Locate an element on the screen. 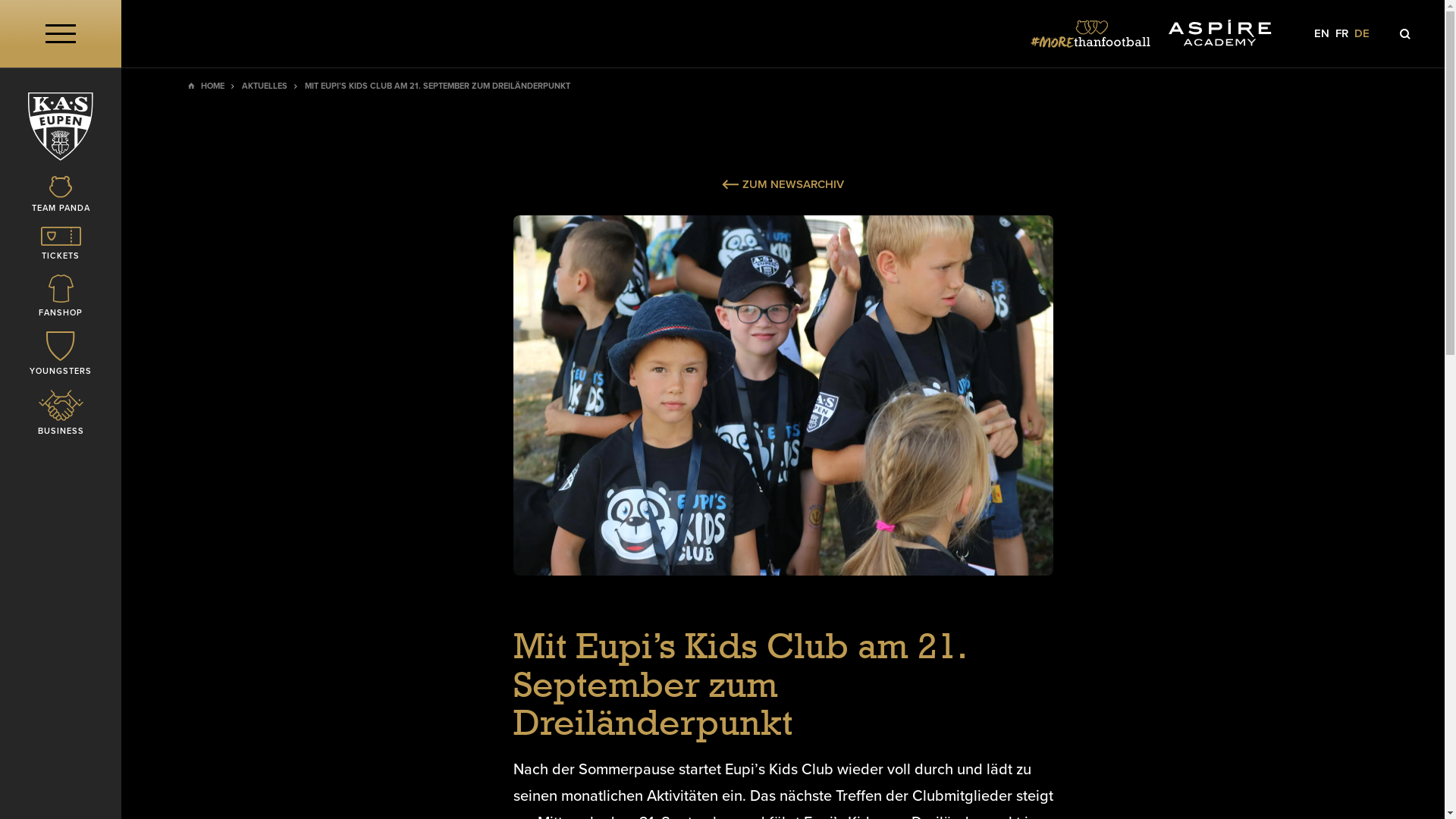 This screenshot has width=1456, height=819. 'FR' is located at coordinates (1341, 33).